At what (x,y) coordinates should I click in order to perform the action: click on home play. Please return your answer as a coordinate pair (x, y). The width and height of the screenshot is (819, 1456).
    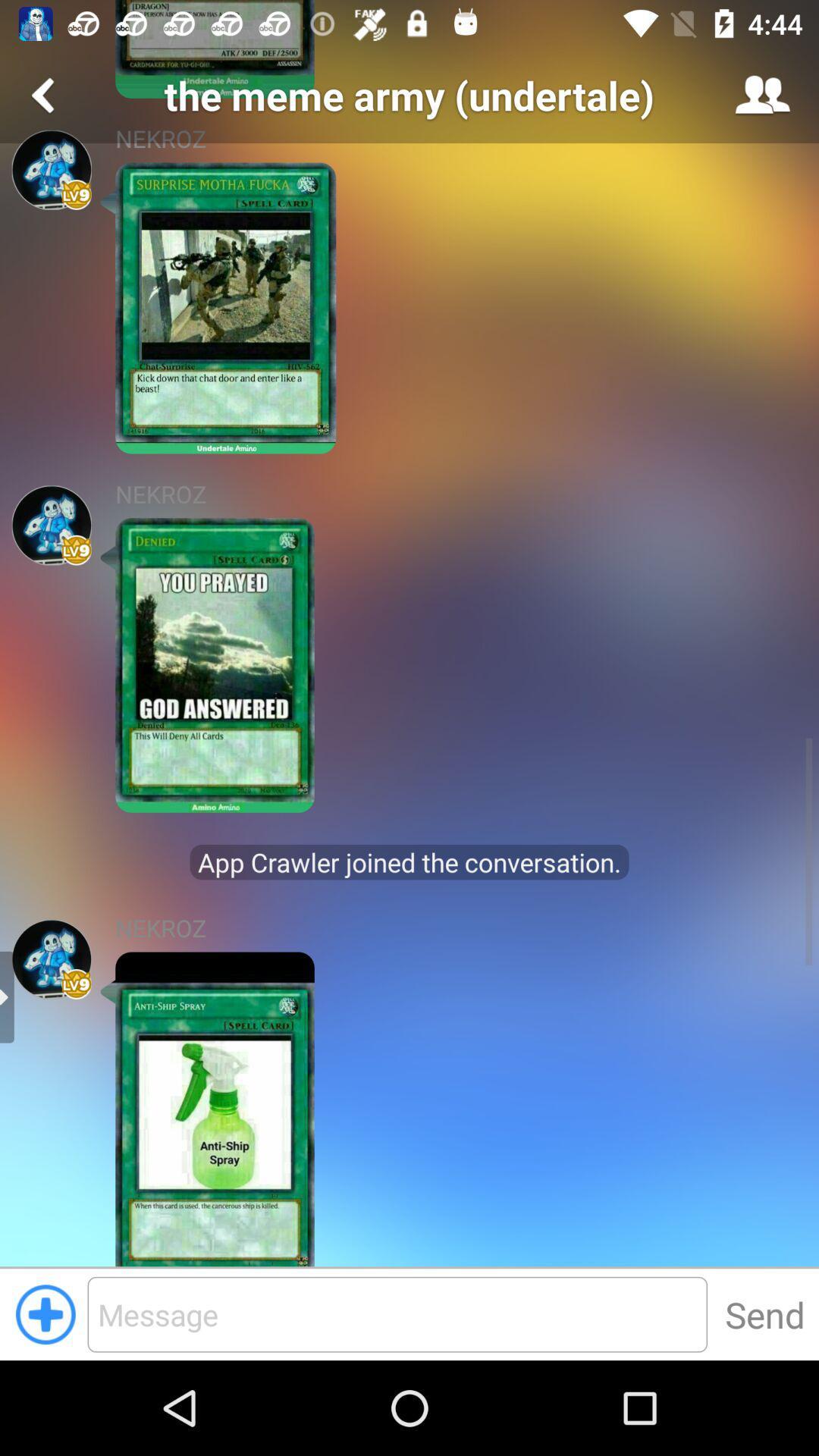
    Looking at the image, I should click on (51, 959).